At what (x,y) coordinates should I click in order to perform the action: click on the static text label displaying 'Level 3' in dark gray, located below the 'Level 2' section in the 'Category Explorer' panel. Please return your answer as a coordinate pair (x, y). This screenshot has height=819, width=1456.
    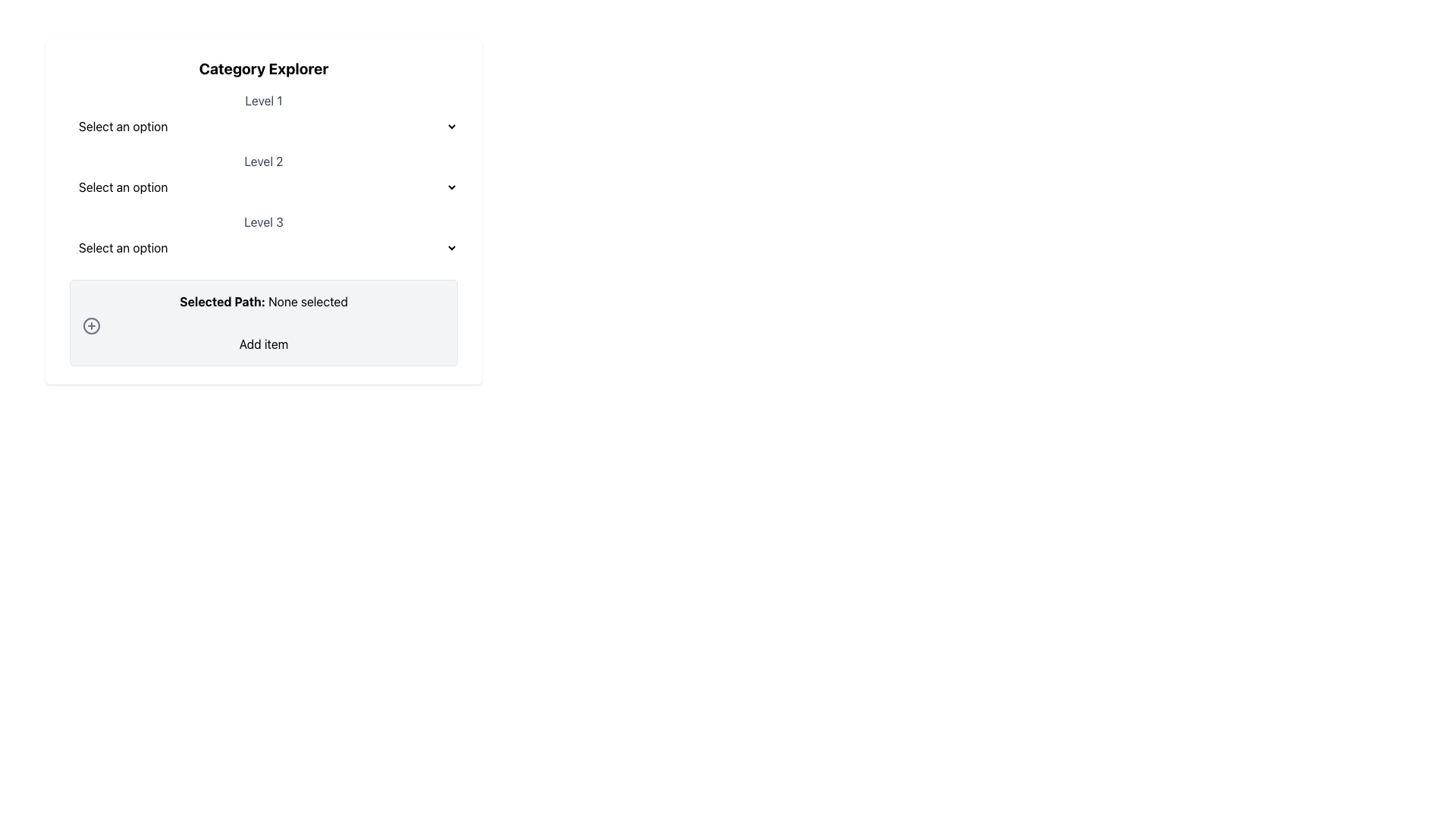
    Looking at the image, I should click on (263, 222).